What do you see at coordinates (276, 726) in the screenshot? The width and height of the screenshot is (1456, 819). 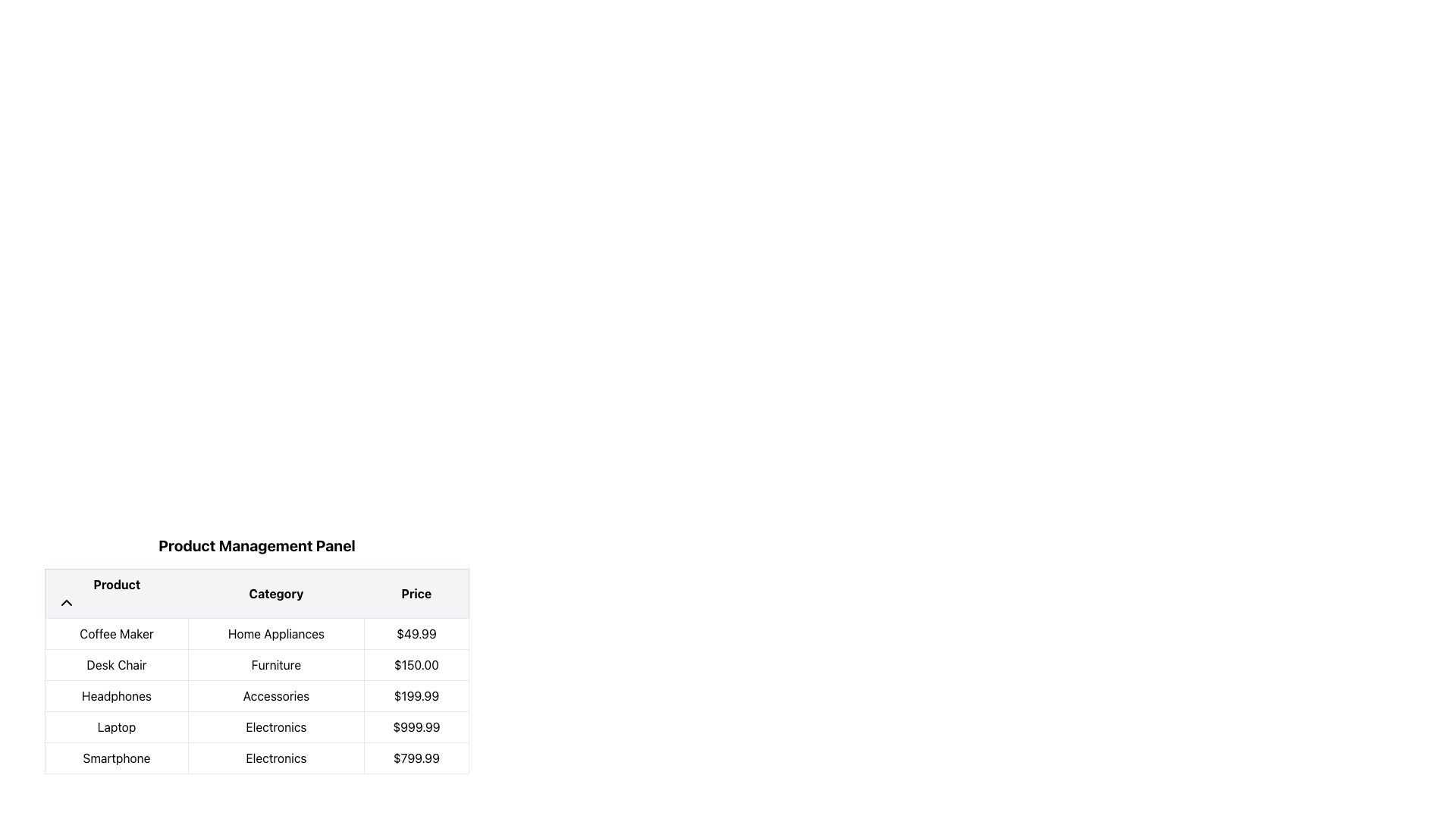 I see `the table cell displaying the category label 'Electronics' in the fourth row and second column` at bounding box center [276, 726].